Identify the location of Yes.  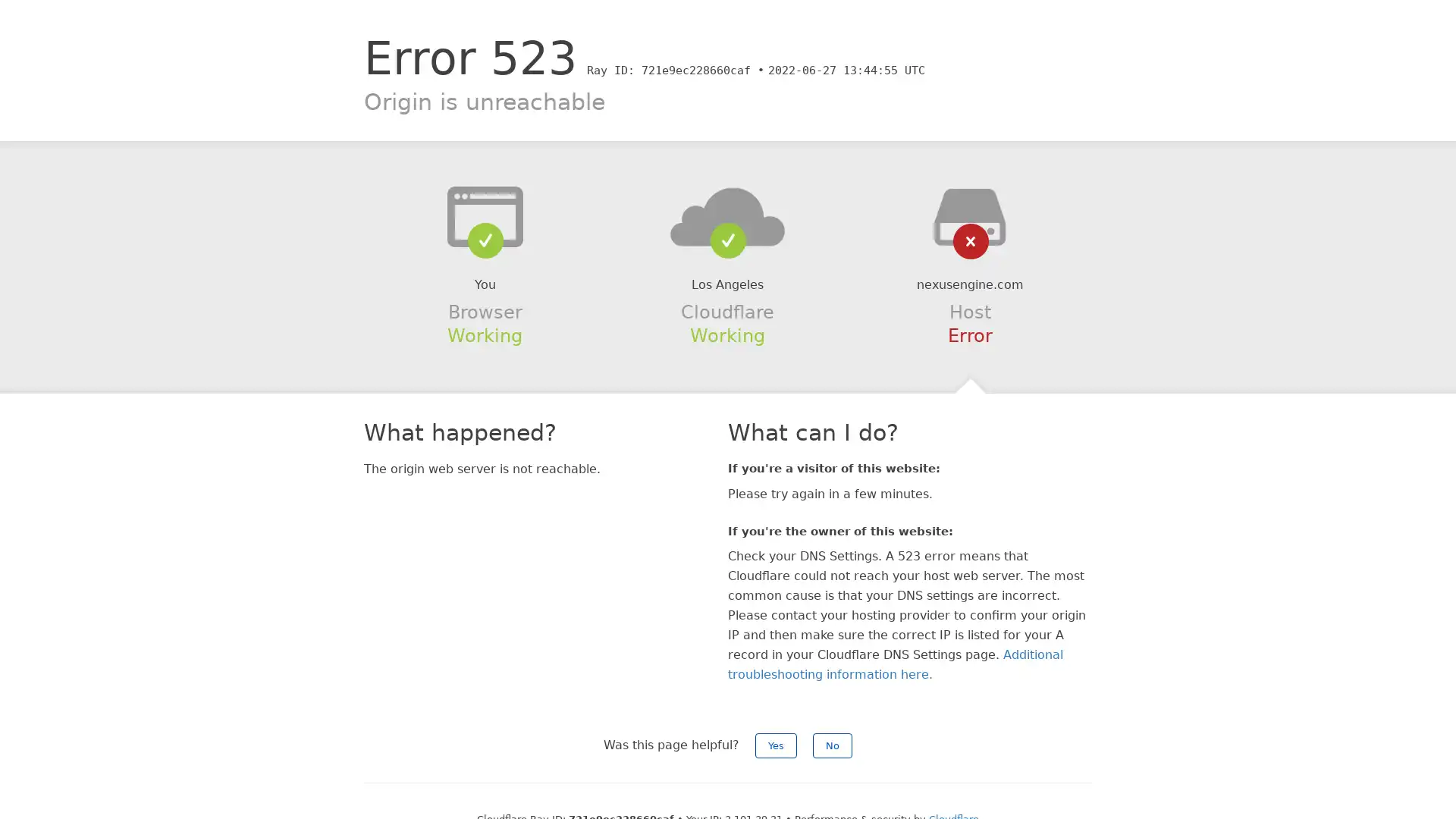
(776, 745).